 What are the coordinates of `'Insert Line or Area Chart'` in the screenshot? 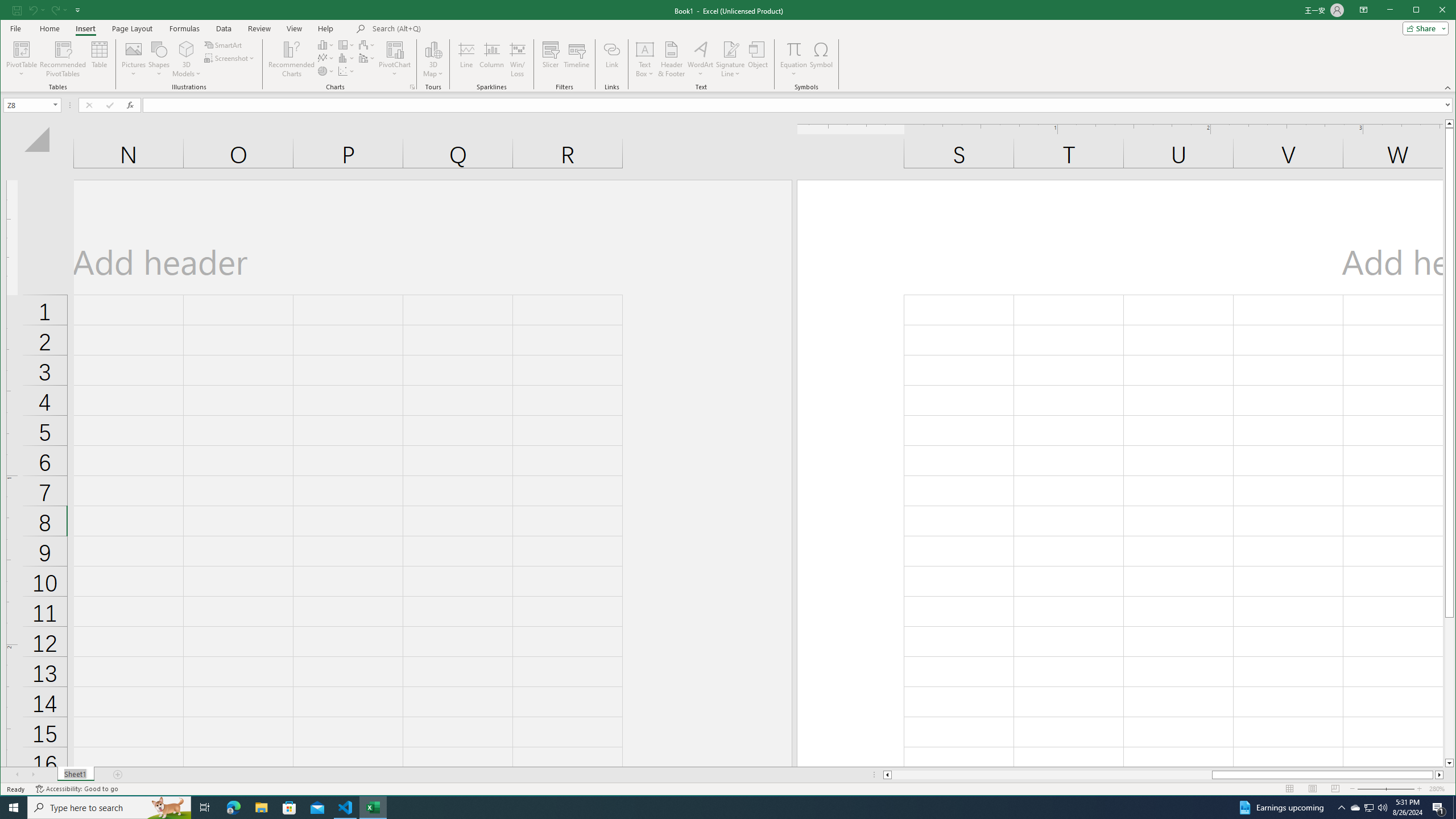 It's located at (325, 58).